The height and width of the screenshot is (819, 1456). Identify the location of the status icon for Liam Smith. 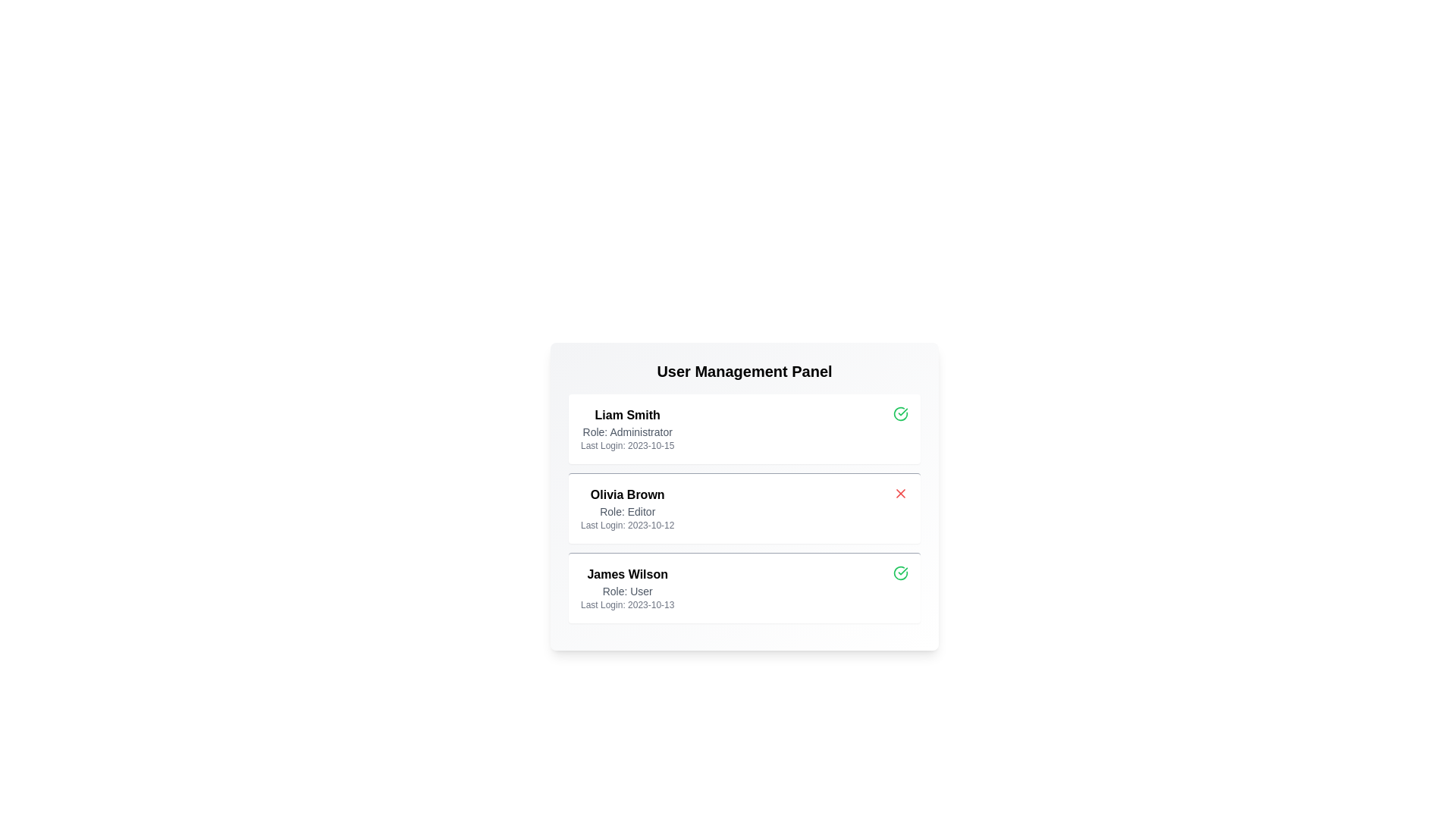
(901, 414).